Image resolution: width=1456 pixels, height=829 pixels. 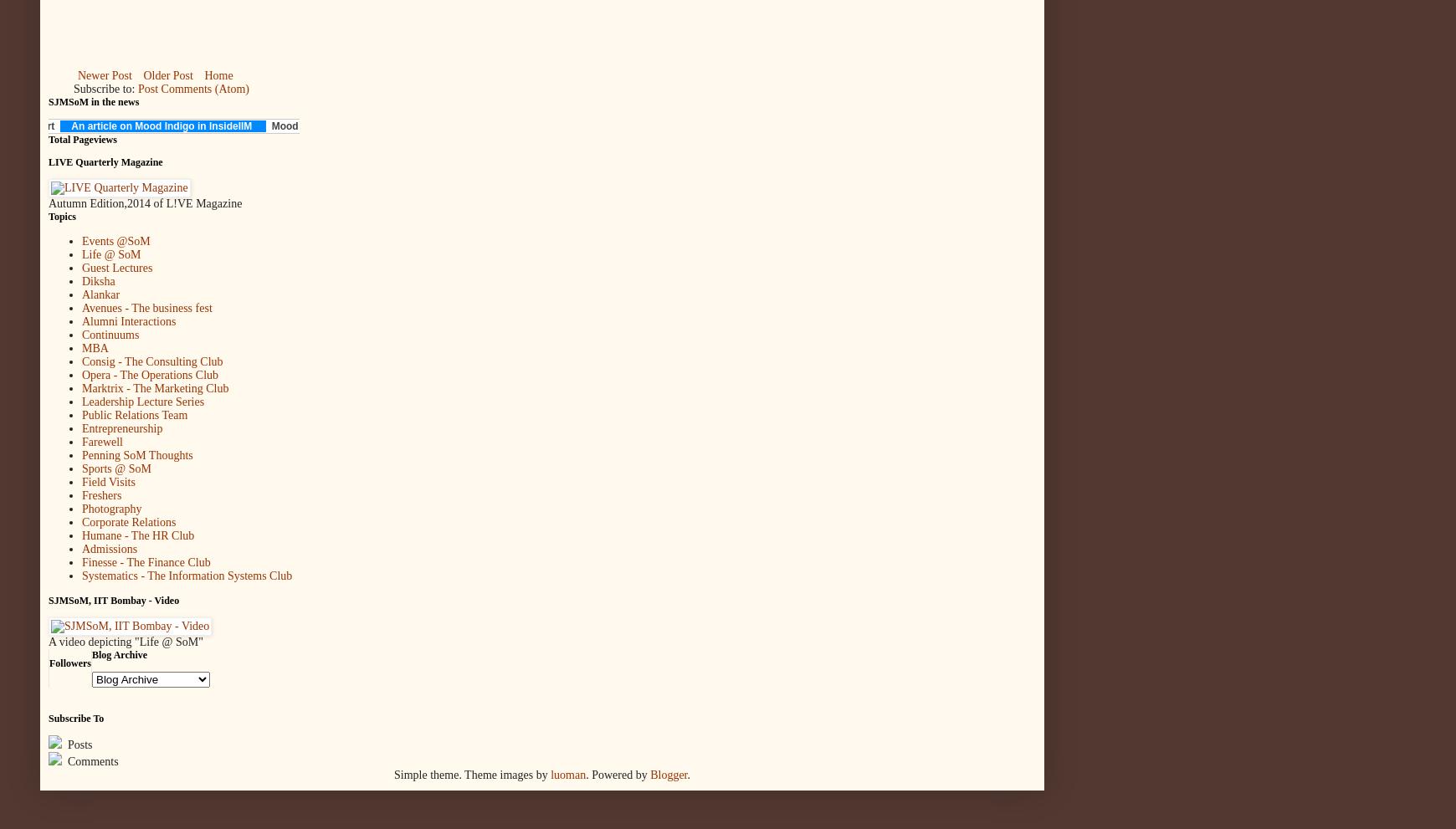 I want to click on 'Humane - The HR Club', so click(x=136, y=535).